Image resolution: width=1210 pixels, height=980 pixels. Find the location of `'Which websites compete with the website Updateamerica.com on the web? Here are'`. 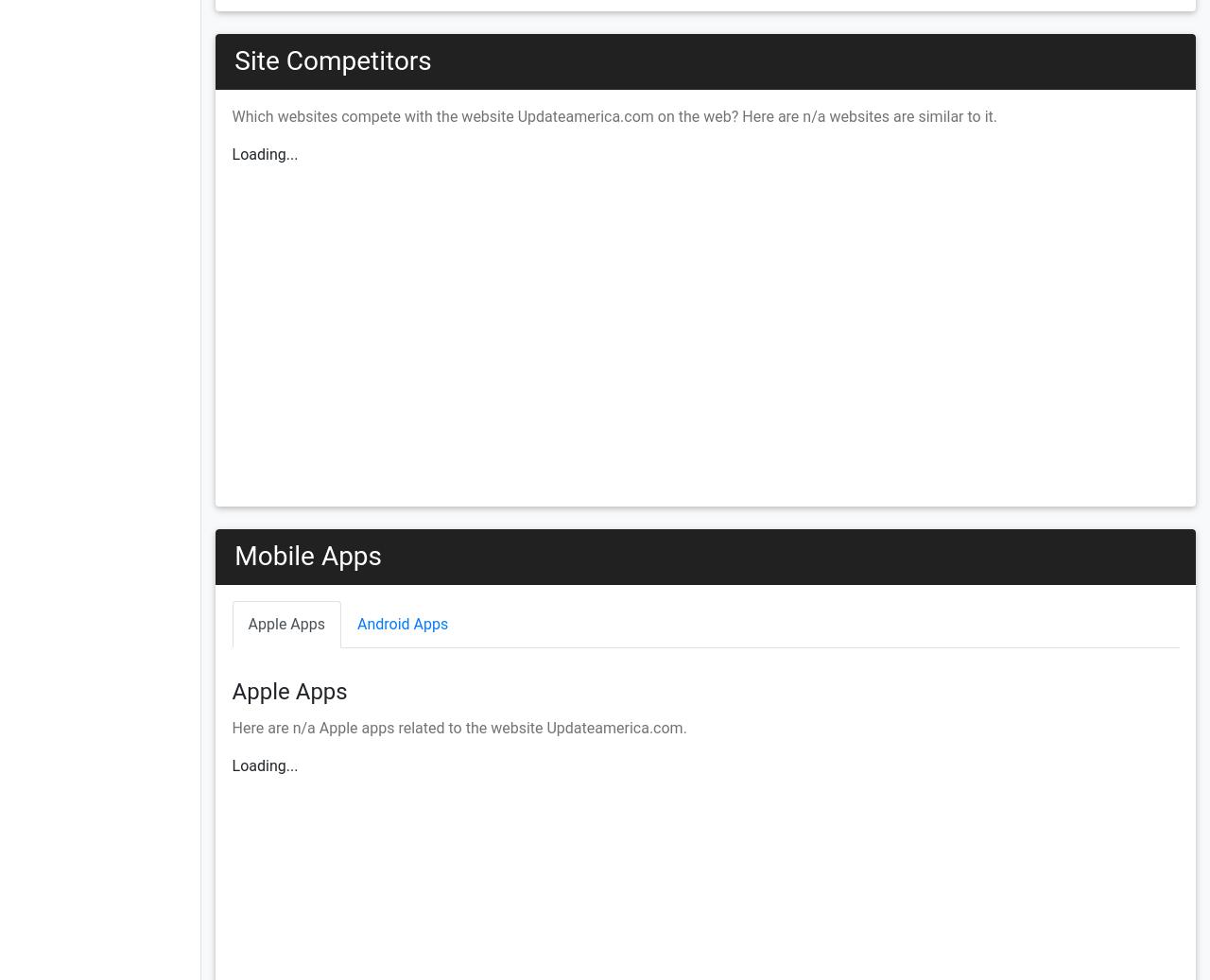

'Which websites compete with the website Updateamerica.com on the web? Here are' is located at coordinates (516, 115).